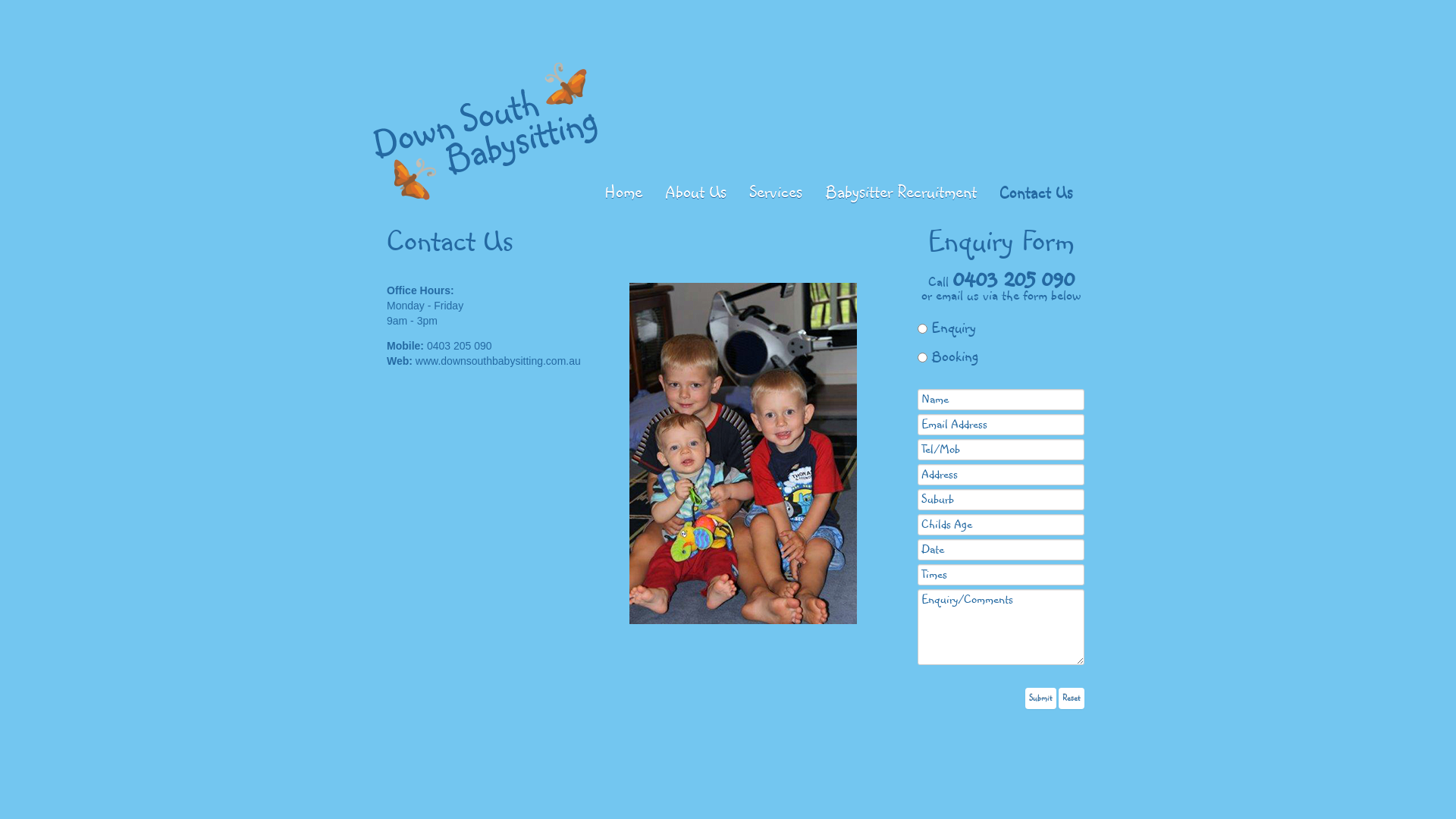  What do you see at coordinates (900, 192) in the screenshot?
I see `'Babysitter Recruitment'` at bounding box center [900, 192].